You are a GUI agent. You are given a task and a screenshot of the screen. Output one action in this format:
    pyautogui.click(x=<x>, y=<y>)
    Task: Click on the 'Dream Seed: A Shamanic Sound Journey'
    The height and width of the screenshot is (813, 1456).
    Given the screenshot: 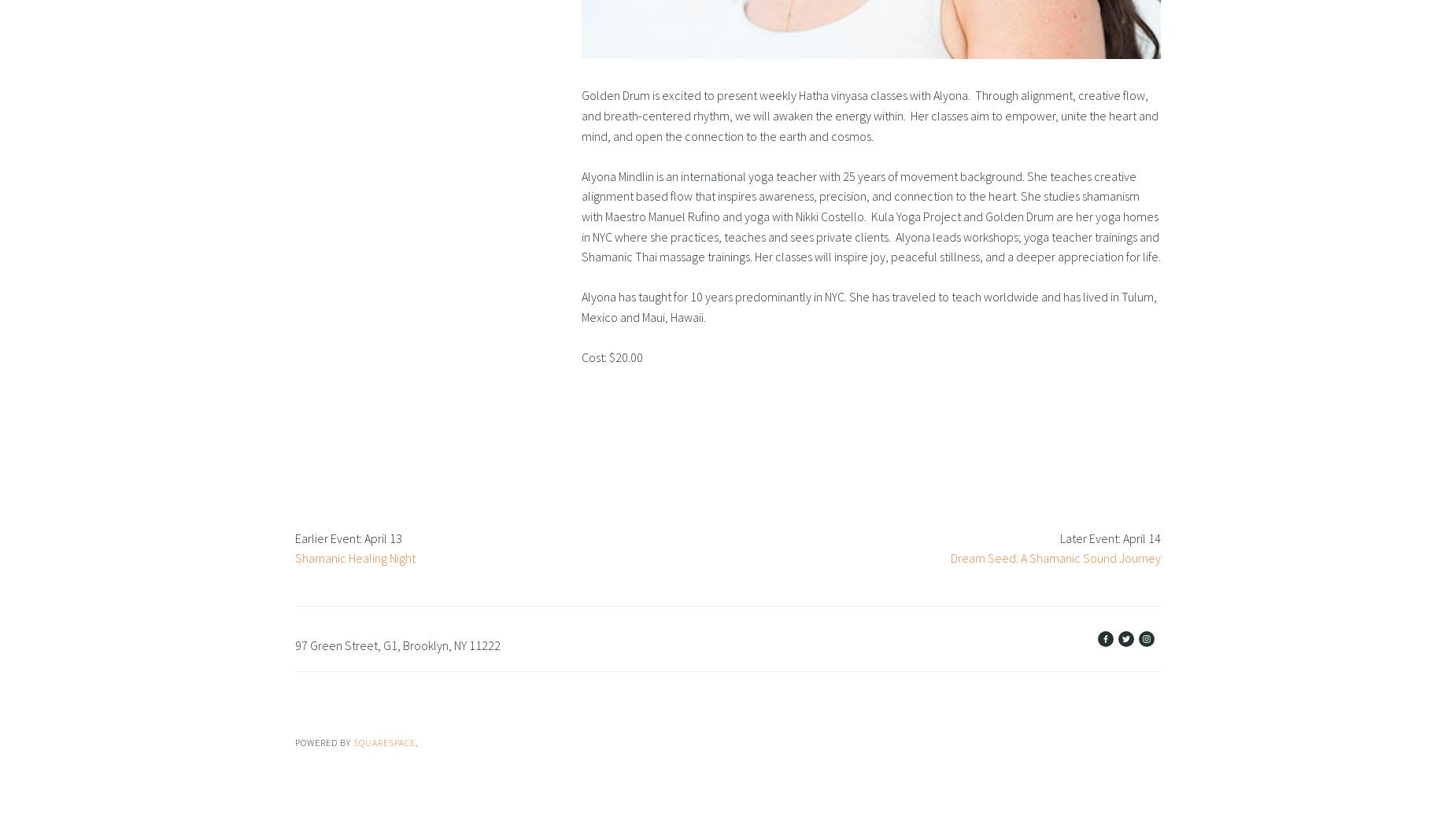 What is the action you would take?
    pyautogui.click(x=950, y=558)
    